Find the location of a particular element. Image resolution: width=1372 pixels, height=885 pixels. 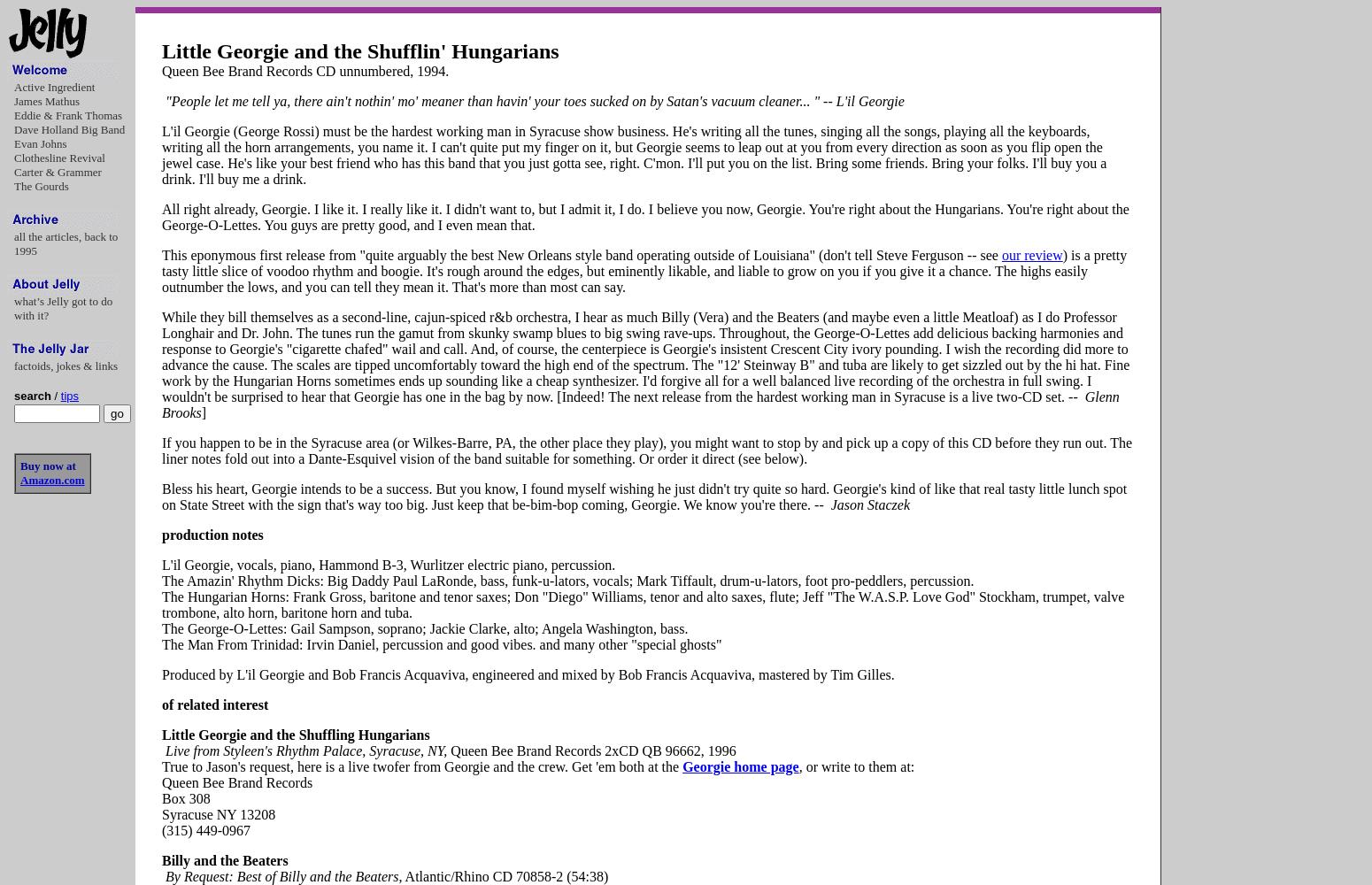

', or 
			write to them at:' is located at coordinates (855, 766).